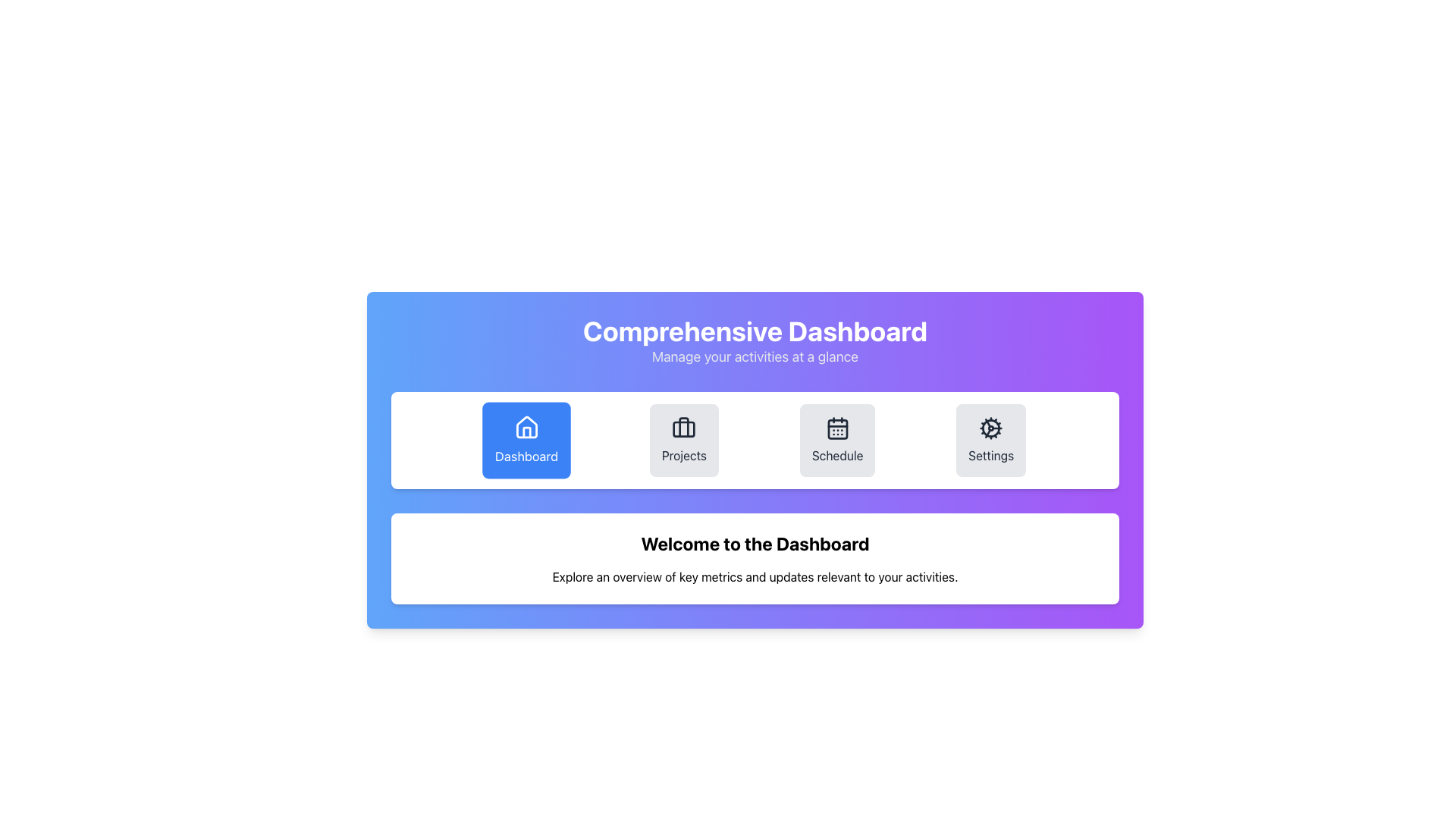  Describe the element at coordinates (526, 427) in the screenshot. I see `the house-shaped icon with a white outline against a blue background, located at the center top of the 'Dashboard' button` at that location.